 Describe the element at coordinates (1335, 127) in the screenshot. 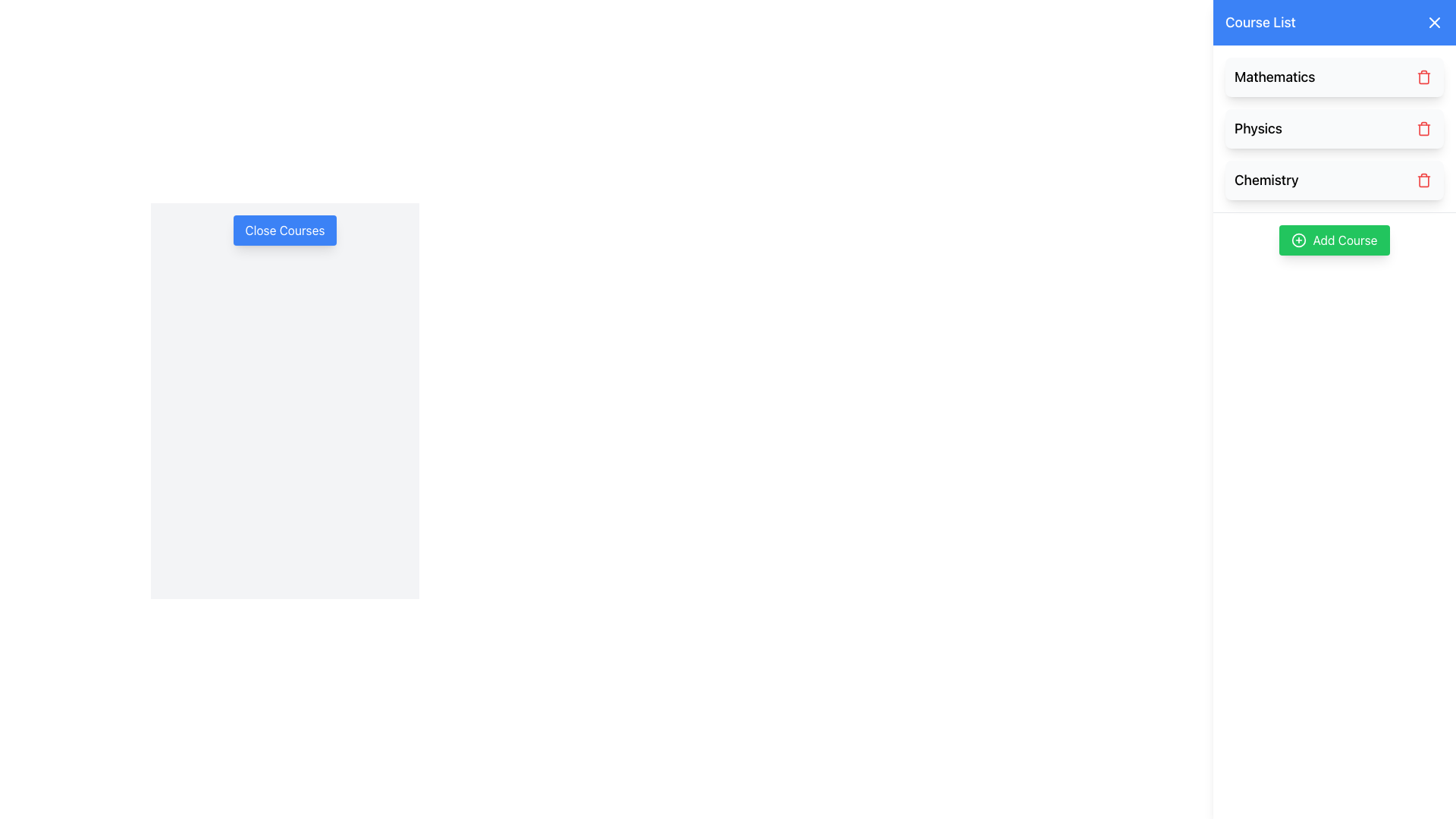

I see `the List Item with the text 'Physics' and a red trash icon, which is located in the 'Course List' section` at that location.